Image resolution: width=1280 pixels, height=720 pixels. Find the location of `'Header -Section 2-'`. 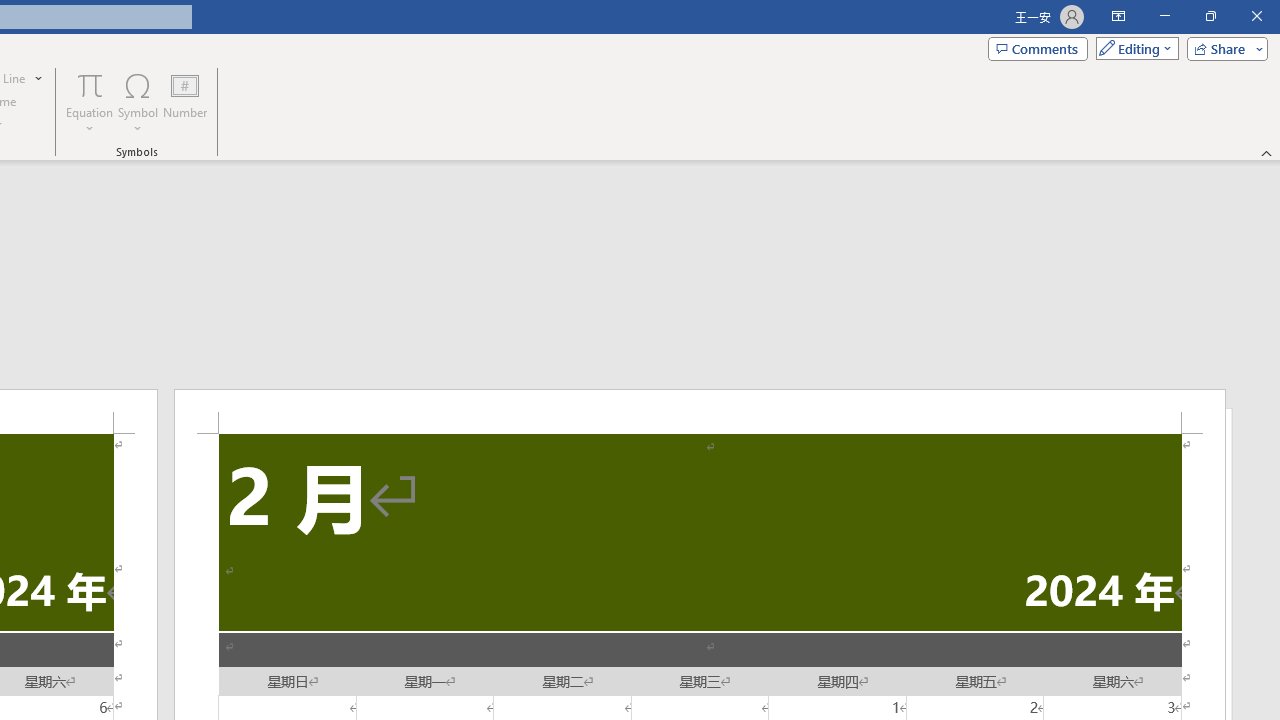

'Header -Section 2-' is located at coordinates (700, 410).